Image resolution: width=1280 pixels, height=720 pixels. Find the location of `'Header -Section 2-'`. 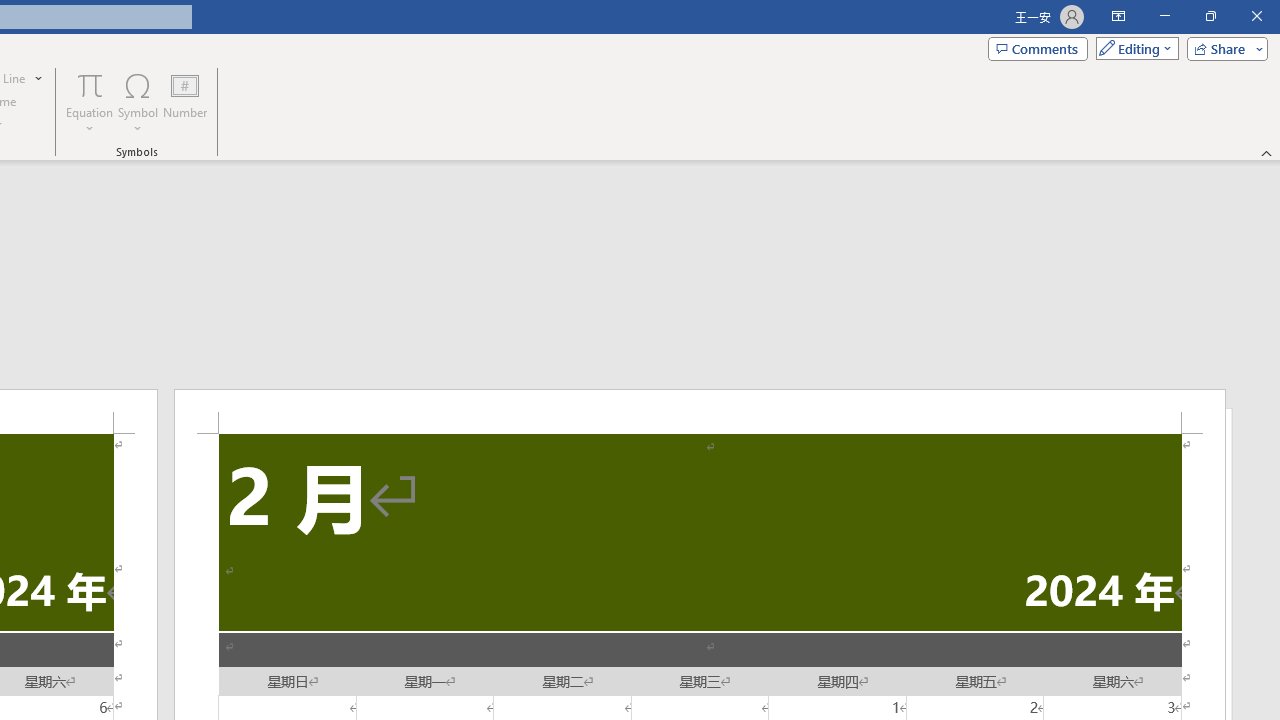

'Header -Section 2-' is located at coordinates (700, 410).